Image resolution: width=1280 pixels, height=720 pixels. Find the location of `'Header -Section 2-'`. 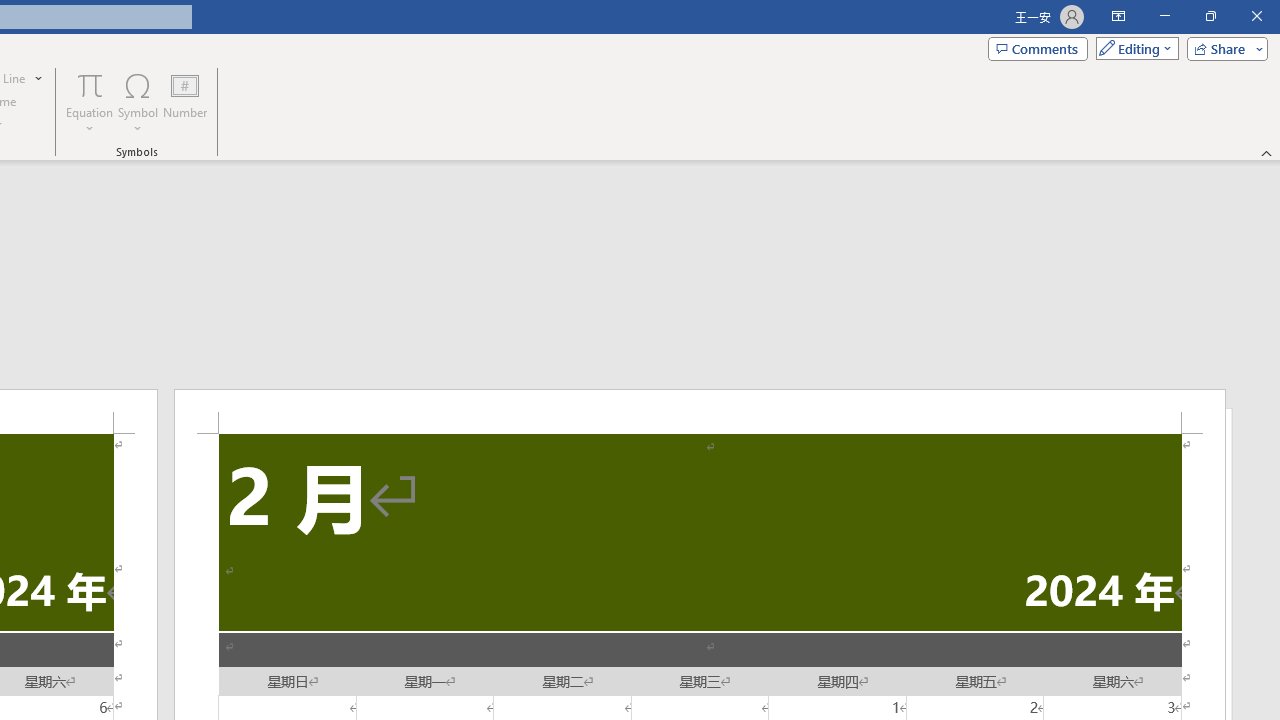

'Header -Section 2-' is located at coordinates (700, 410).